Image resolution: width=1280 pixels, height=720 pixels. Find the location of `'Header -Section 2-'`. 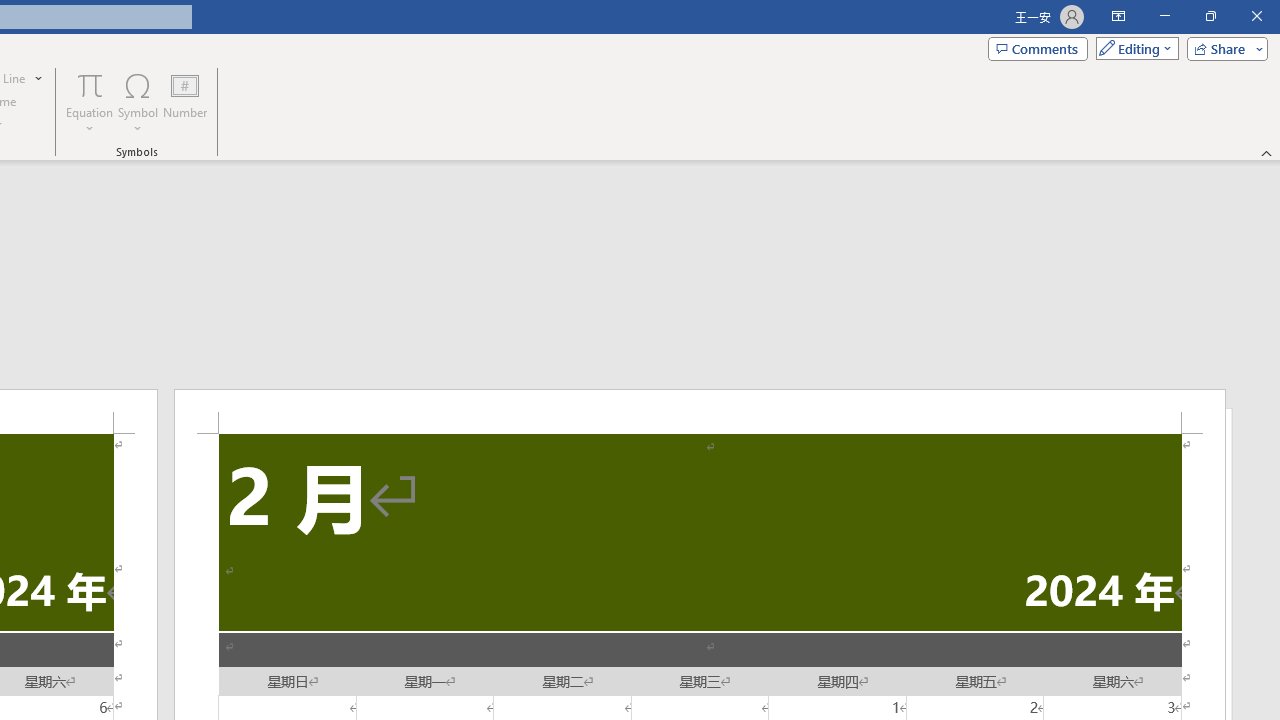

'Header -Section 2-' is located at coordinates (700, 410).